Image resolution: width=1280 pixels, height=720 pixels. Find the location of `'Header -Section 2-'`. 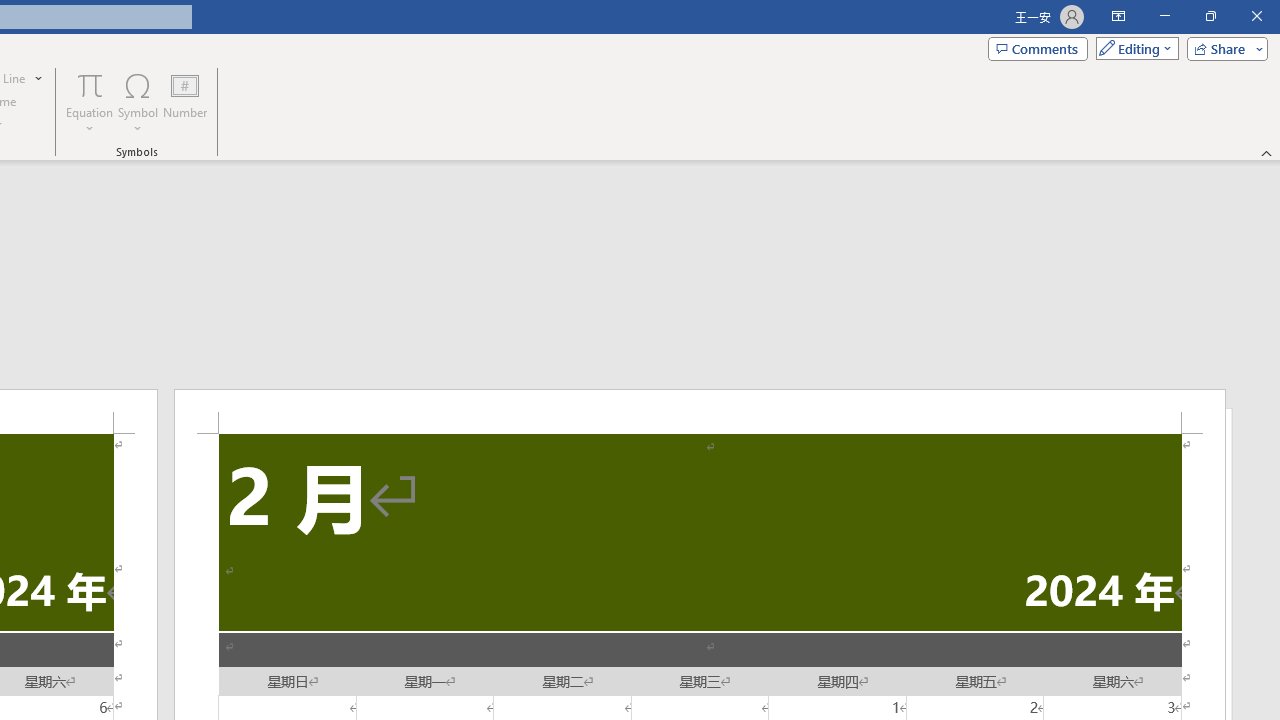

'Header -Section 2-' is located at coordinates (700, 410).